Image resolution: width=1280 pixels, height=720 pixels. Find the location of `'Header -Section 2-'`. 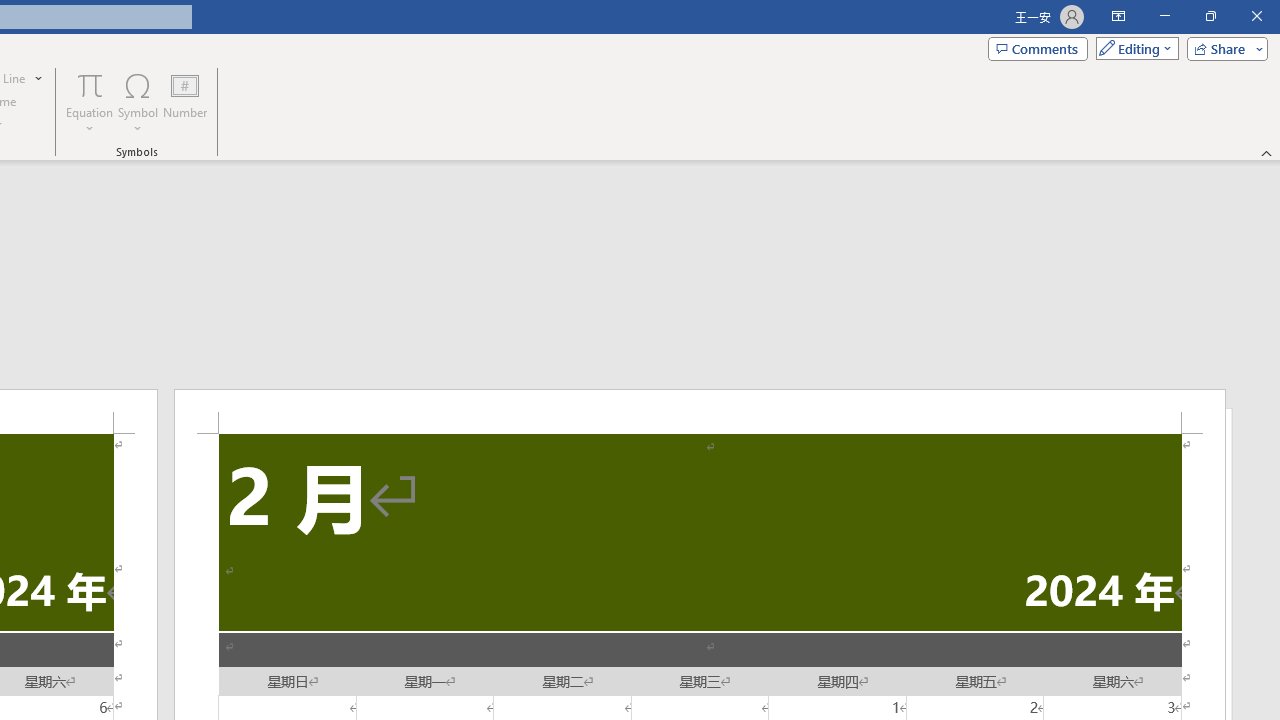

'Header -Section 2-' is located at coordinates (700, 410).